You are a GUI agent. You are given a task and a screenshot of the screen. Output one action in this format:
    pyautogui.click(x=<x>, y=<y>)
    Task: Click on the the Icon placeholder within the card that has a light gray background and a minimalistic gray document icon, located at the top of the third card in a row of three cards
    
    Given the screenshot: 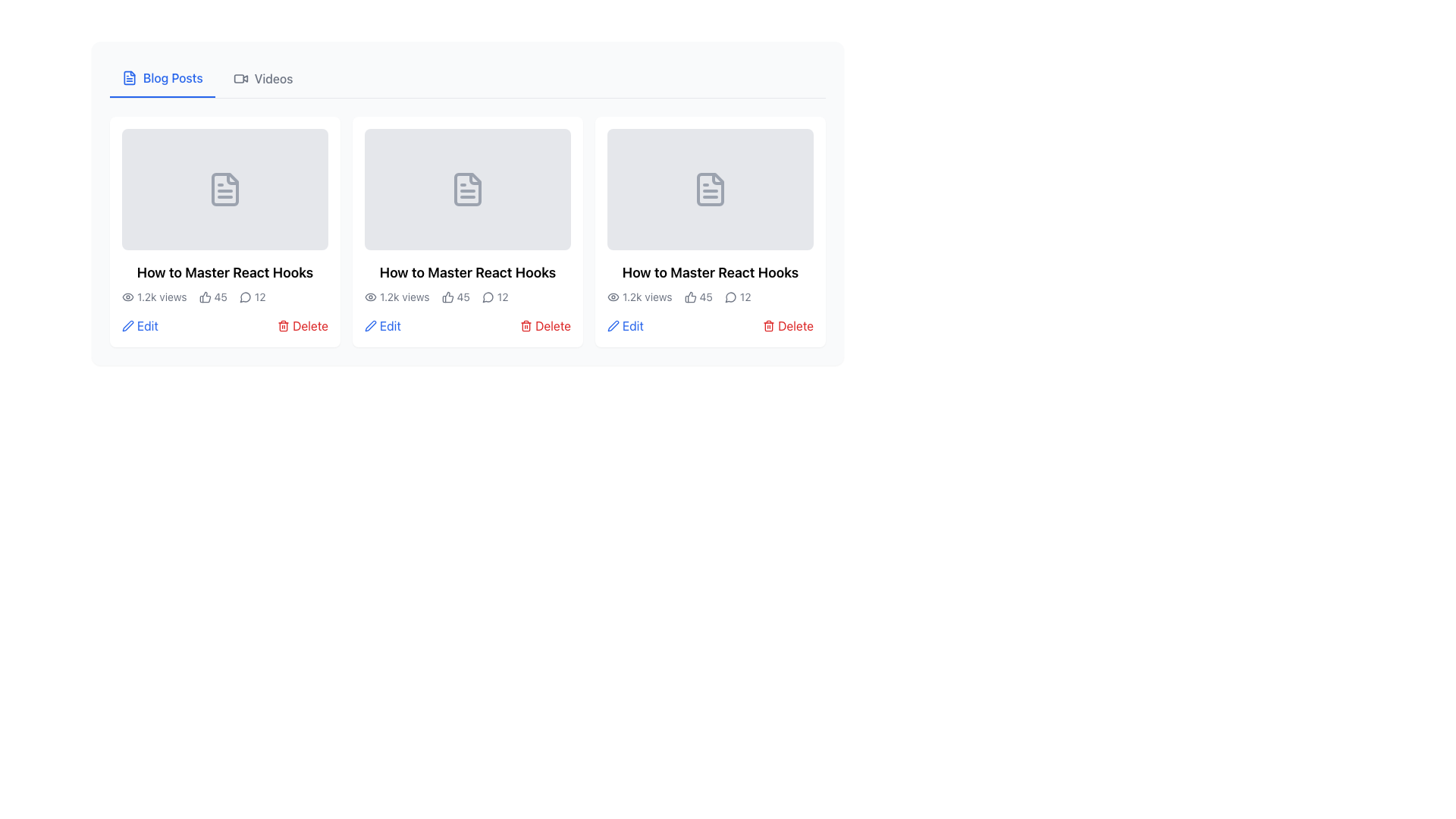 What is the action you would take?
    pyautogui.click(x=709, y=189)
    